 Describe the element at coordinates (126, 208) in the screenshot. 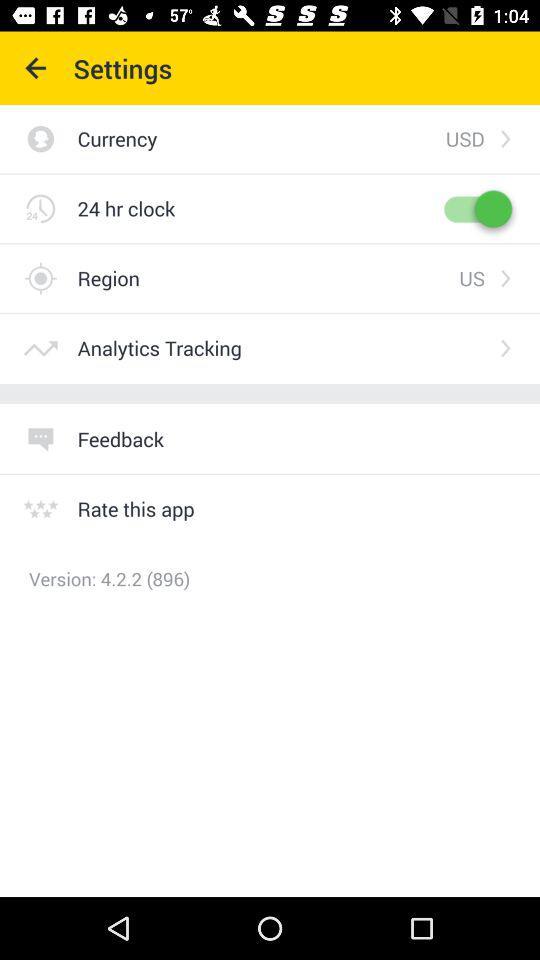

I see `the icon below currency item` at that location.